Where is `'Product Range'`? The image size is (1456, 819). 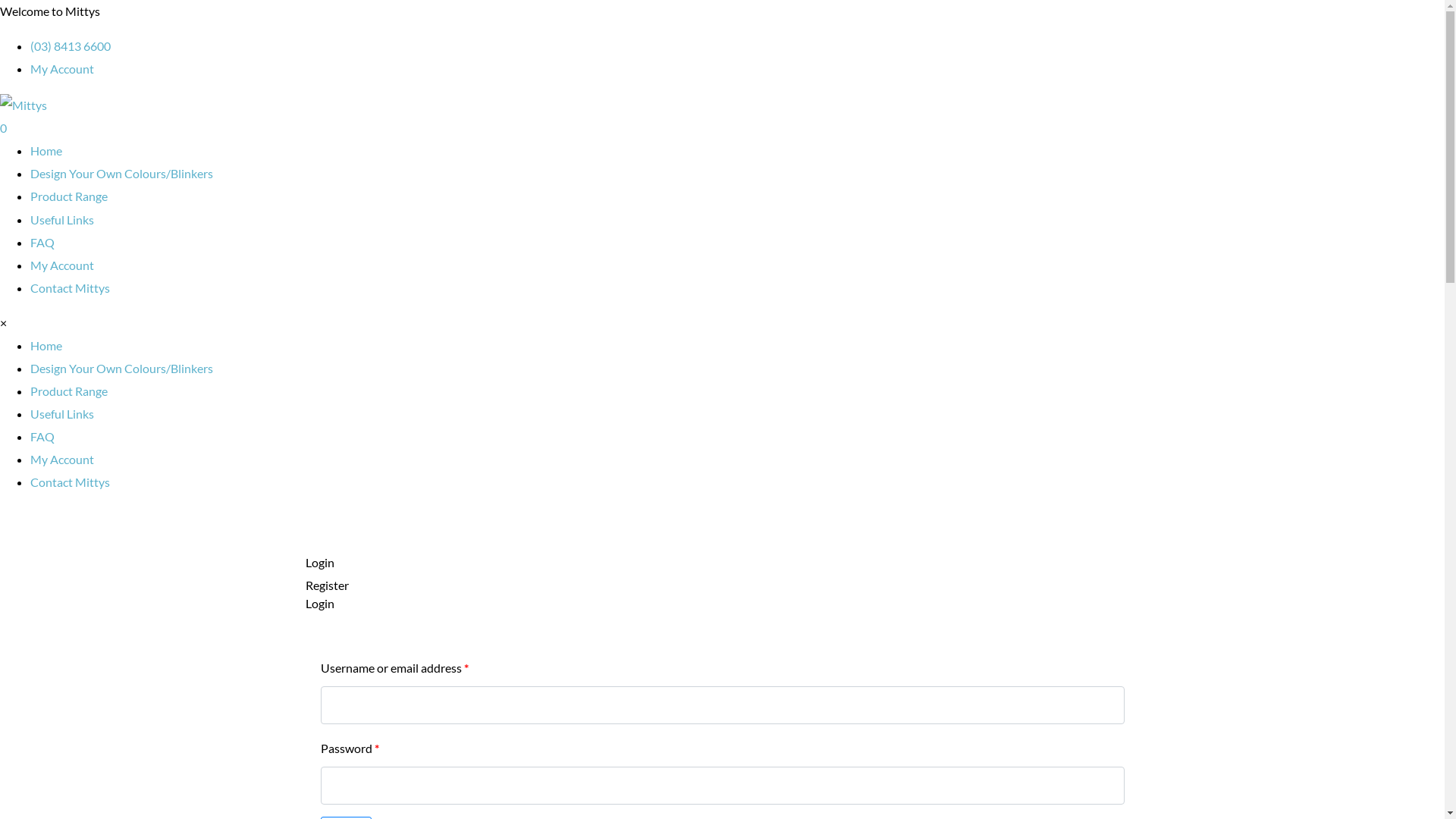 'Product Range' is located at coordinates (68, 195).